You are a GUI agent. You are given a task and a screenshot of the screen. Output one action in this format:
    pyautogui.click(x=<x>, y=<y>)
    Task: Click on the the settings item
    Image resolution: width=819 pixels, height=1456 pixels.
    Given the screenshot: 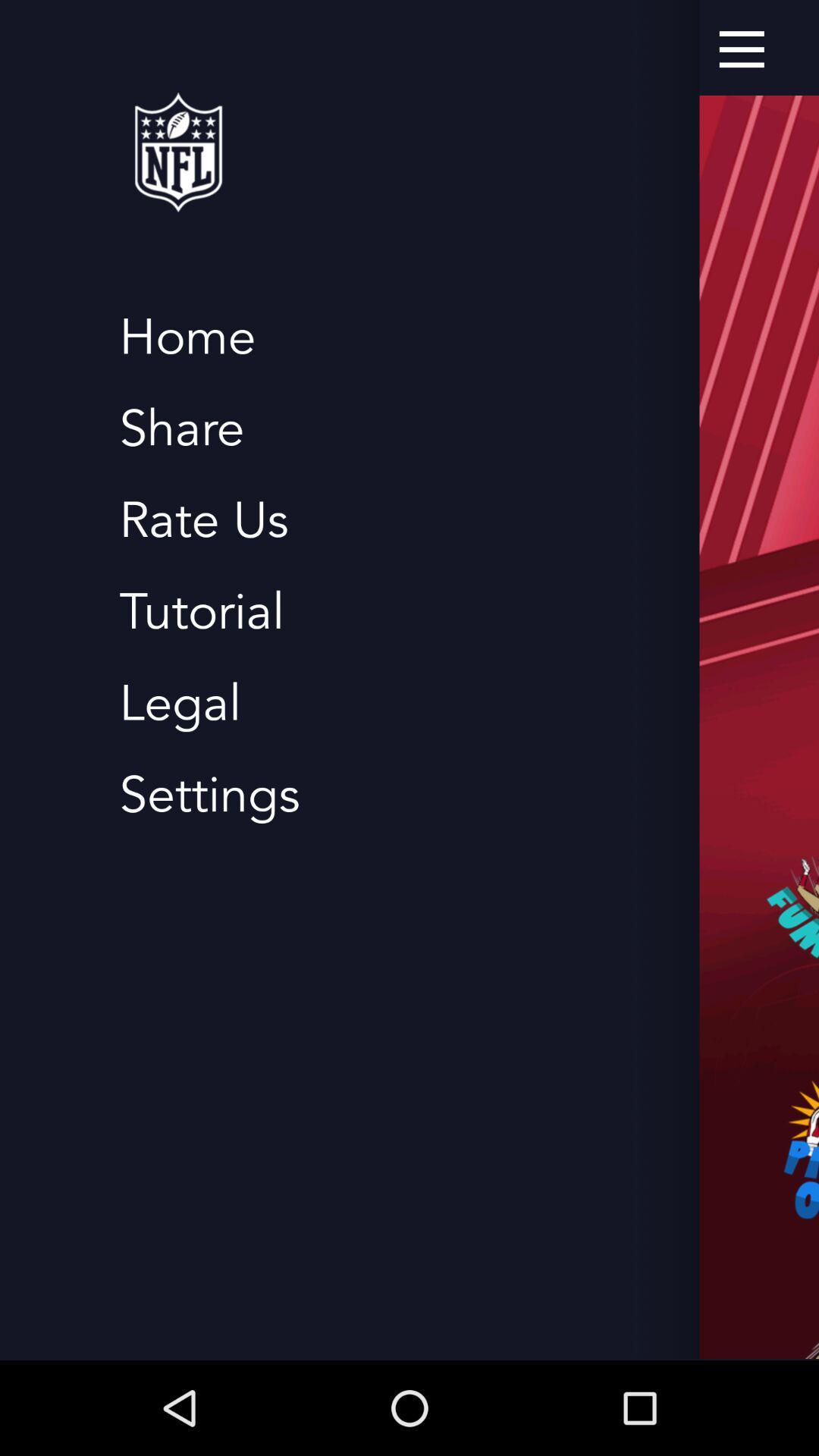 What is the action you would take?
    pyautogui.click(x=209, y=795)
    